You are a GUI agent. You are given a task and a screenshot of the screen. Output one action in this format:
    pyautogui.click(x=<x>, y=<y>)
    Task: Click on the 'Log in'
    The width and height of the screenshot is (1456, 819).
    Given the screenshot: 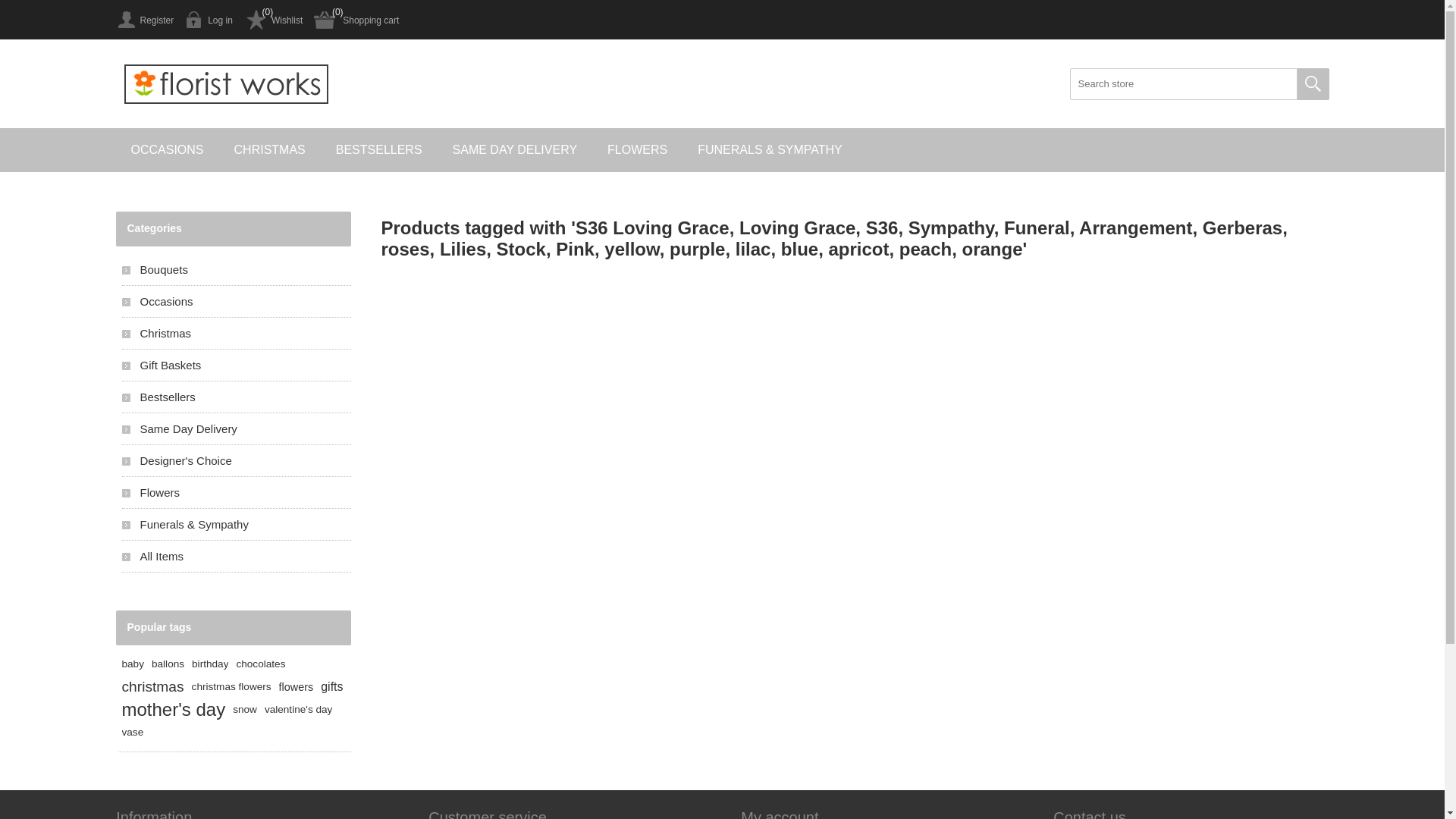 What is the action you would take?
    pyautogui.click(x=184, y=20)
    